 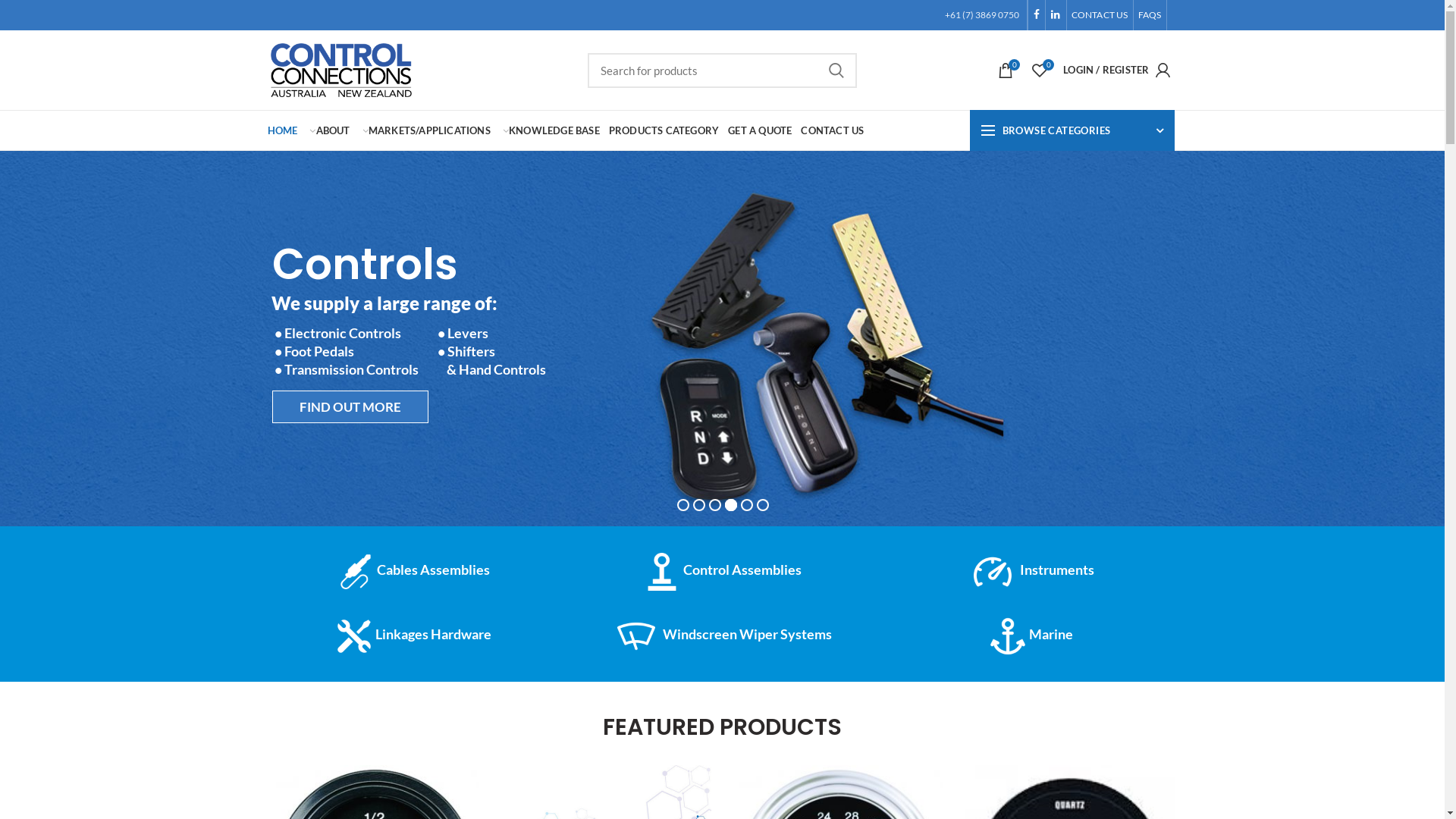 What do you see at coordinates (760, 130) in the screenshot?
I see `'GET A QUOTE'` at bounding box center [760, 130].